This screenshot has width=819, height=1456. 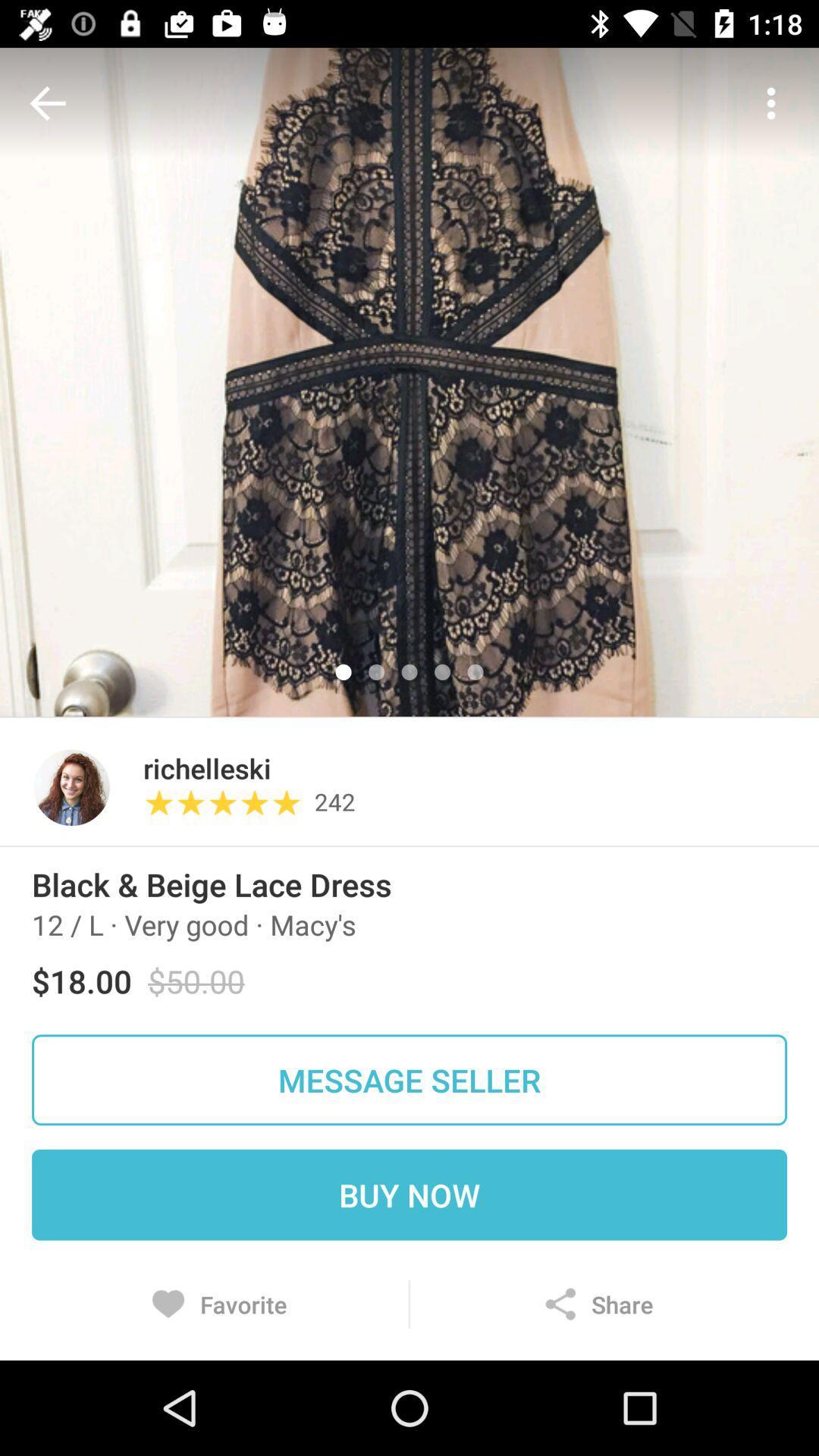 I want to click on the item below the buy now, so click(x=219, y=1304).